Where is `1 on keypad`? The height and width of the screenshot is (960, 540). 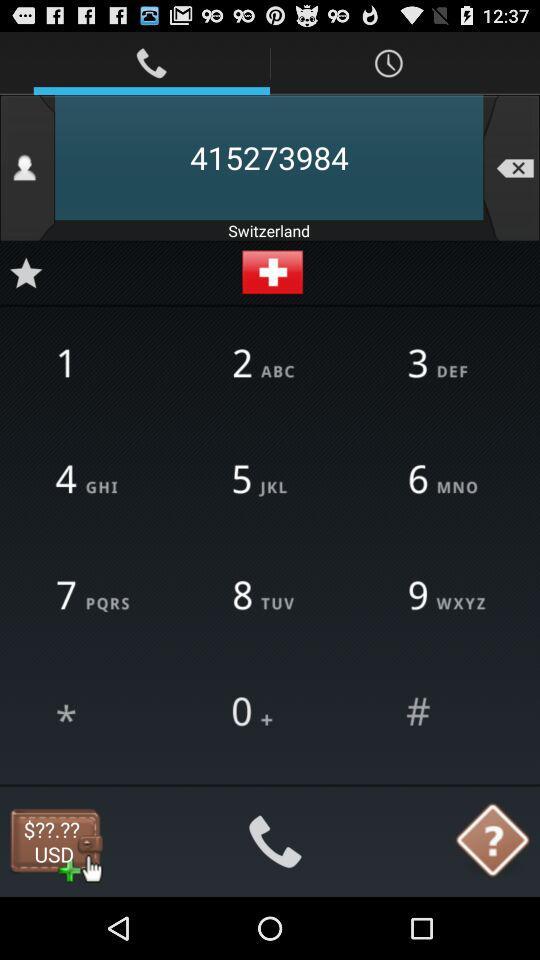
1 on keypad is located at coordinates (93, 363).